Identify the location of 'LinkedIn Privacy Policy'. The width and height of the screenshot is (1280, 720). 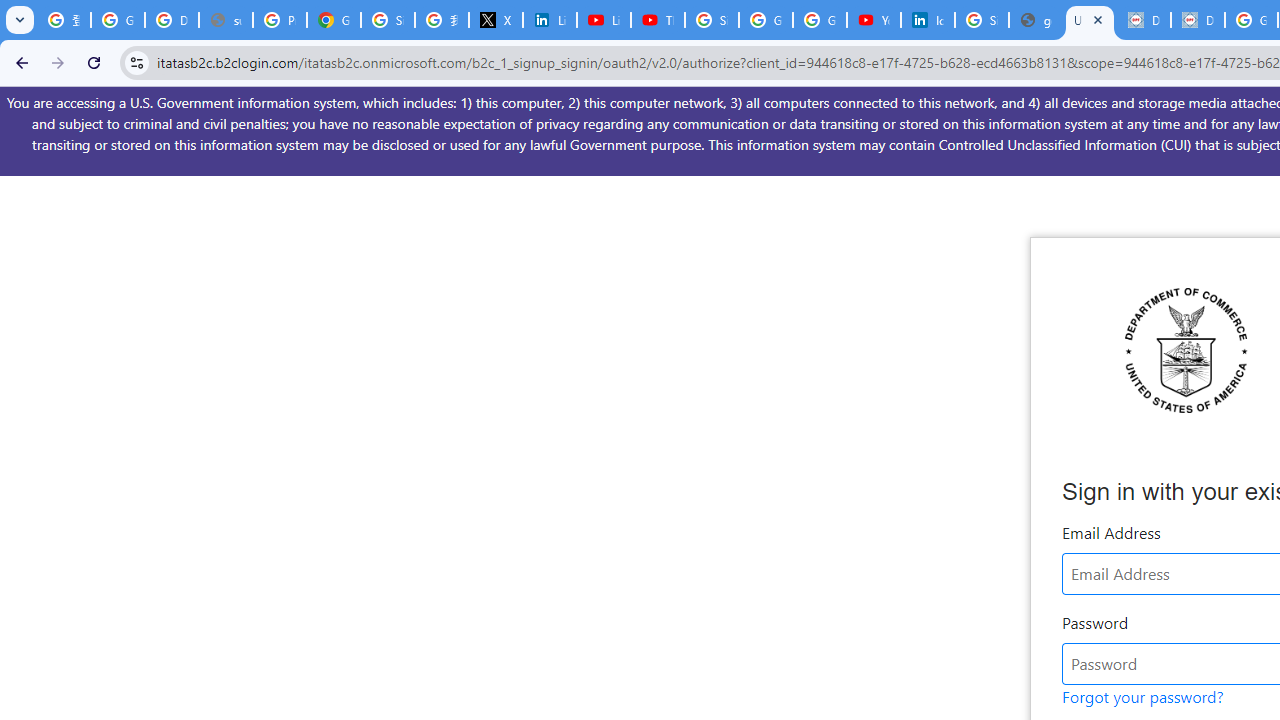
(550, 20).